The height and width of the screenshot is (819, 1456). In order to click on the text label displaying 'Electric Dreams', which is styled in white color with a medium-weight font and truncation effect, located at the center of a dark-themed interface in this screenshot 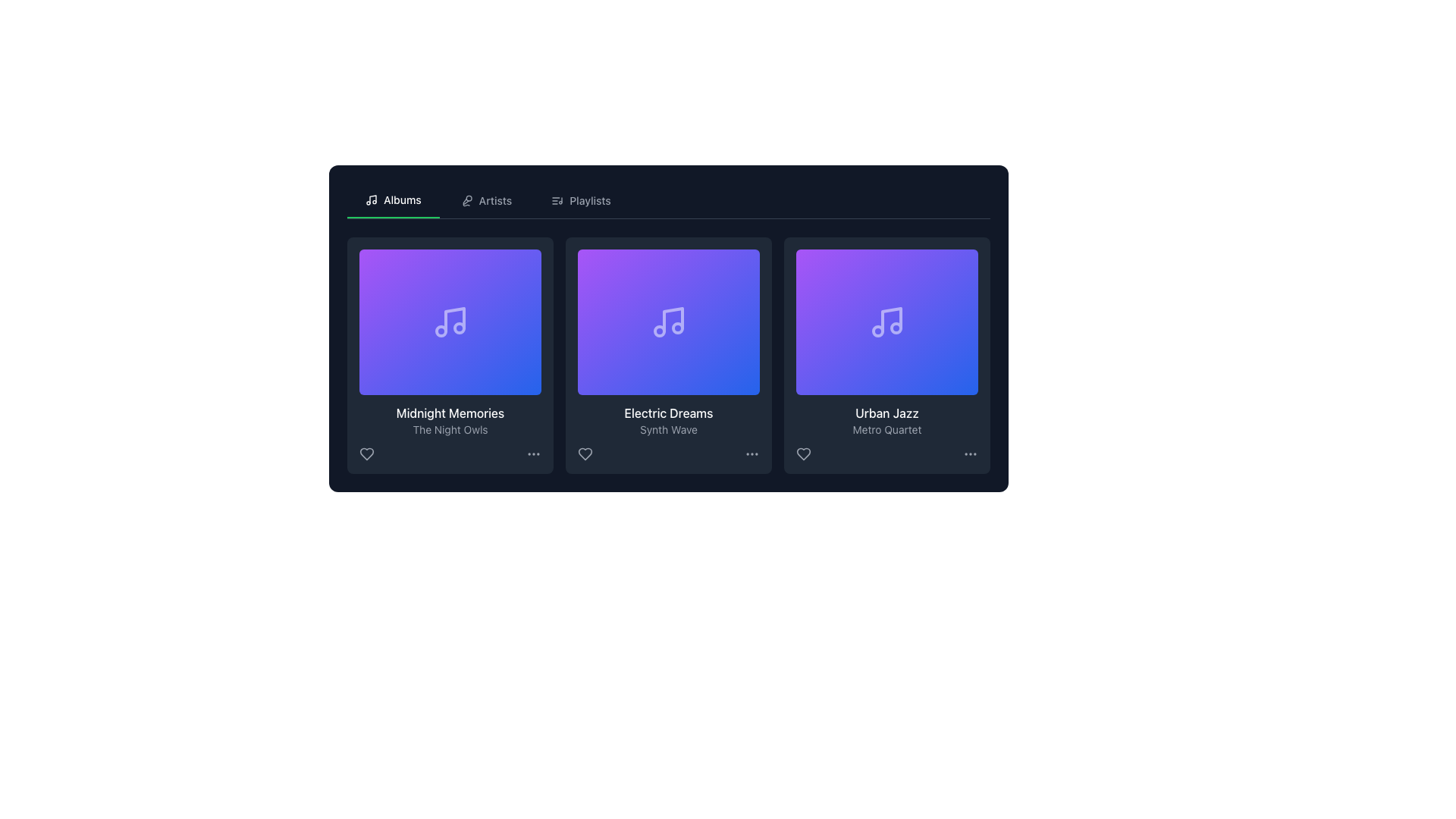, I will do `click(668, 413)`.